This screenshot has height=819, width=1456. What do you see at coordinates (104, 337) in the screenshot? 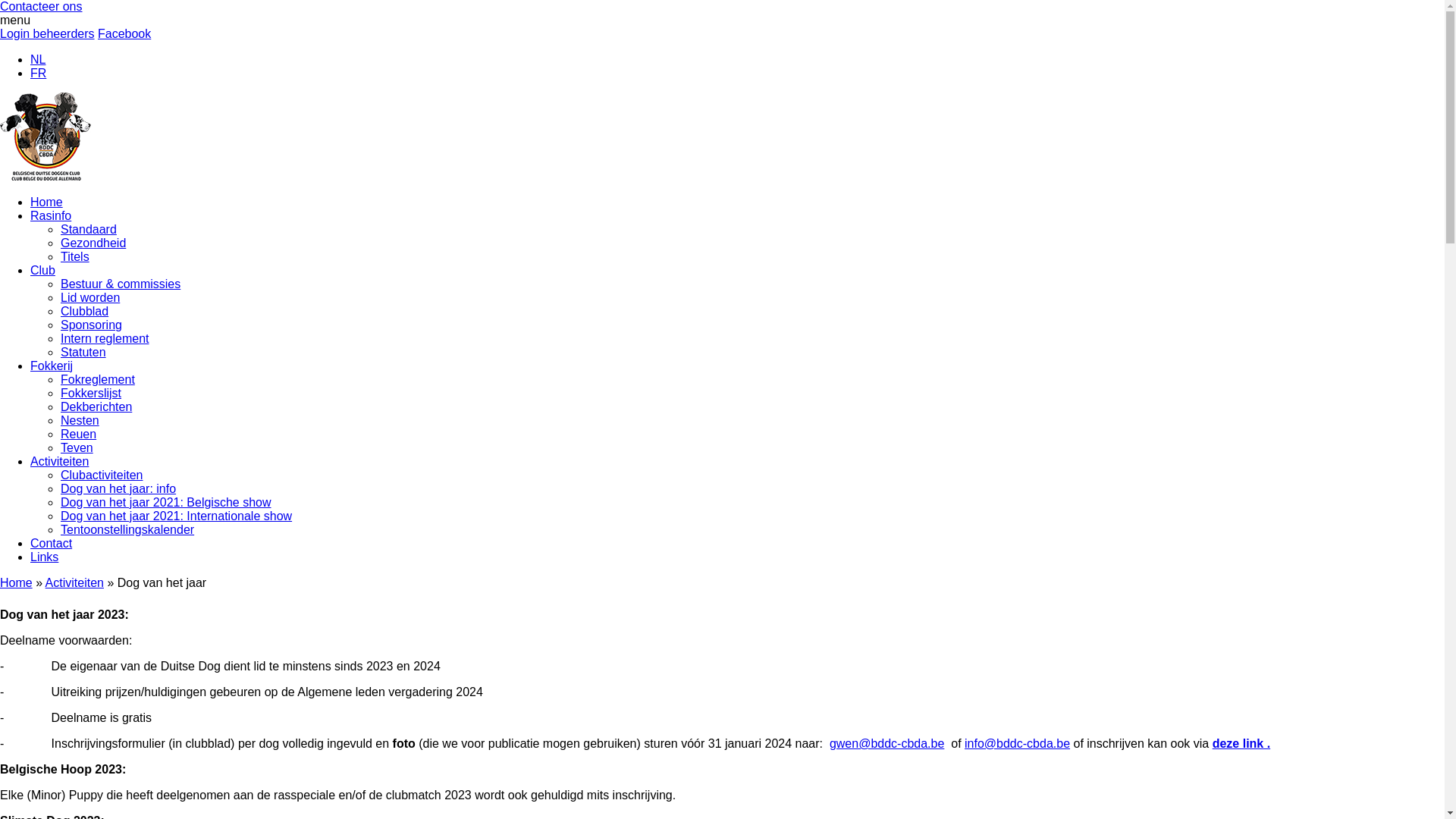
I see `'Intern reglement'` at bounding box center [104, 337].